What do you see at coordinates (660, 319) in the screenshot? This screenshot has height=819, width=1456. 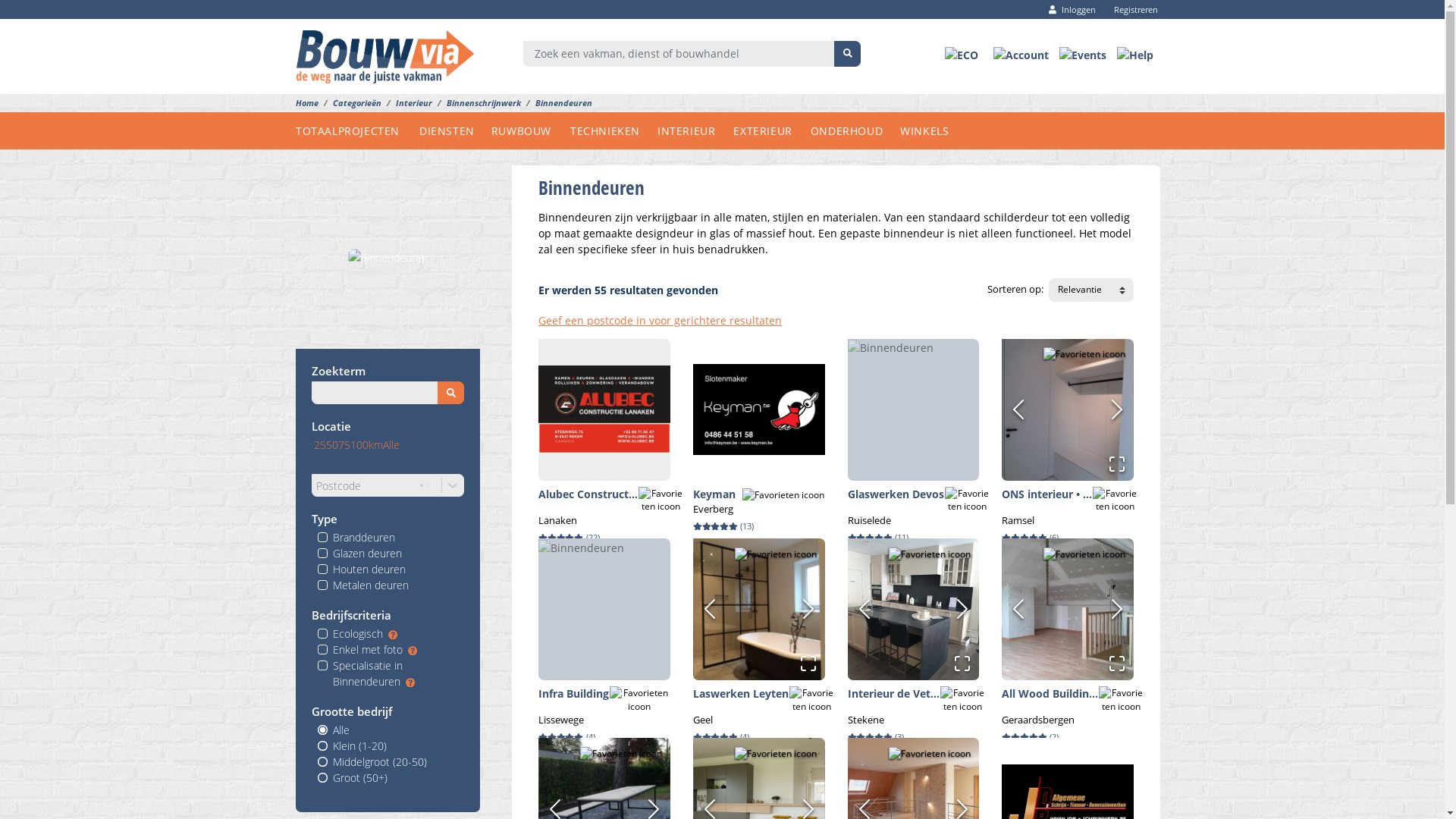 I see `'Geef een postcode in voor gerichtere resultaten'` at bounding box center [660, 319].